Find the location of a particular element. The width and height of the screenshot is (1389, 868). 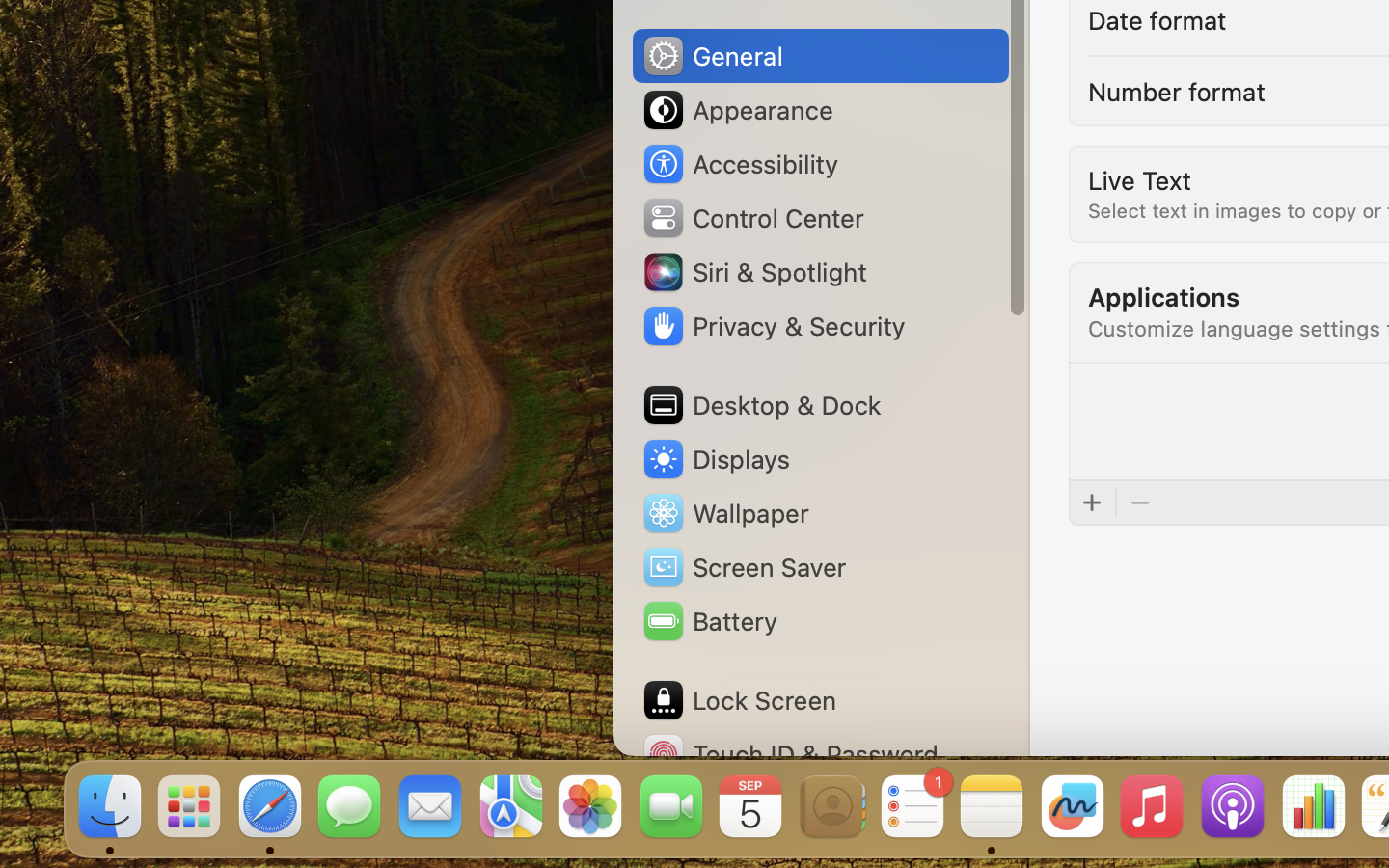

'Siri & Spotlight' is located at coordinates (753, 270).